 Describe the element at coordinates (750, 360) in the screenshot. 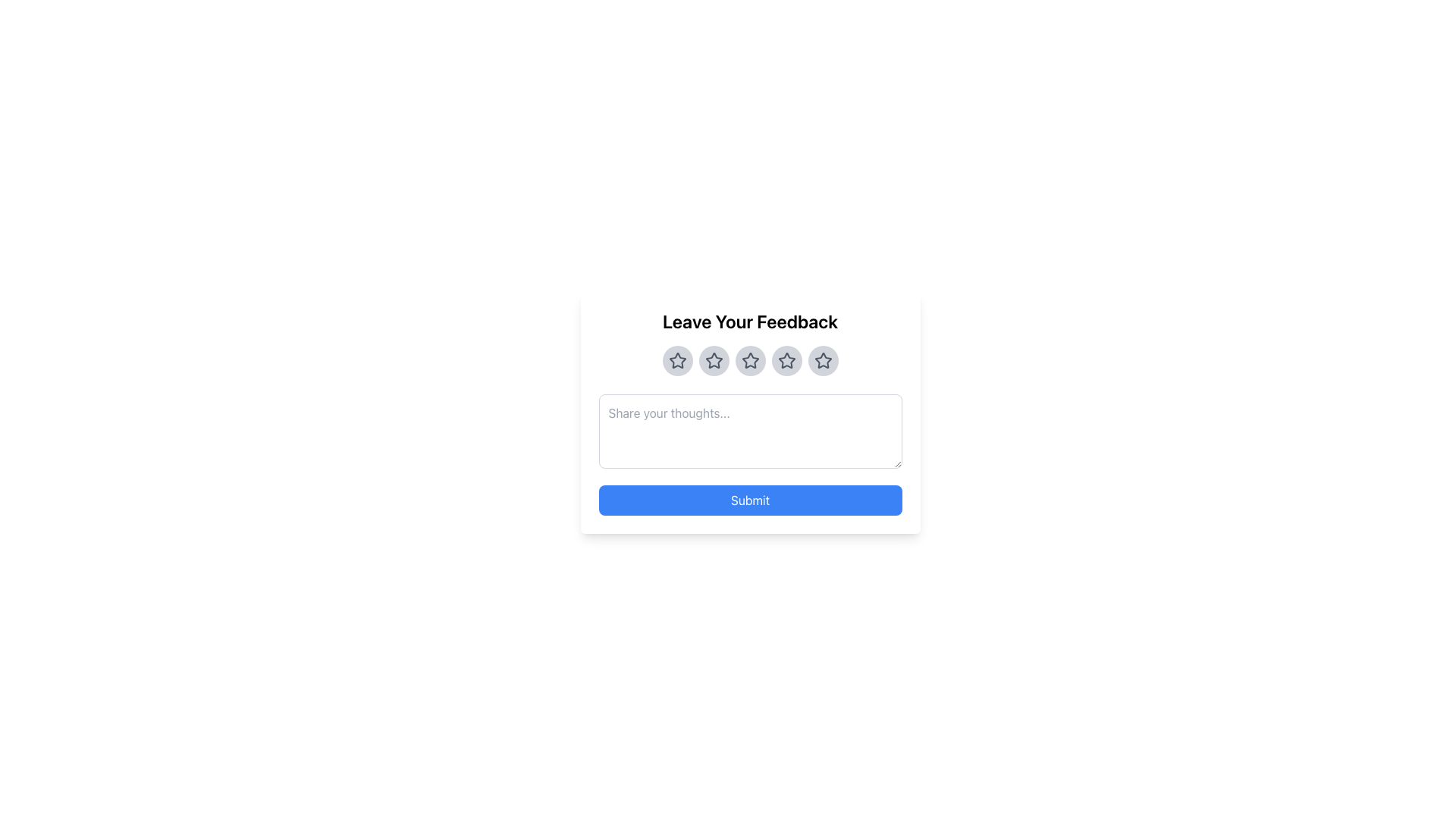

I see `the third star icon in the rating mechanism, which is located centrally below the text 'Leave Your Feedback' and above the text input field` at that location.